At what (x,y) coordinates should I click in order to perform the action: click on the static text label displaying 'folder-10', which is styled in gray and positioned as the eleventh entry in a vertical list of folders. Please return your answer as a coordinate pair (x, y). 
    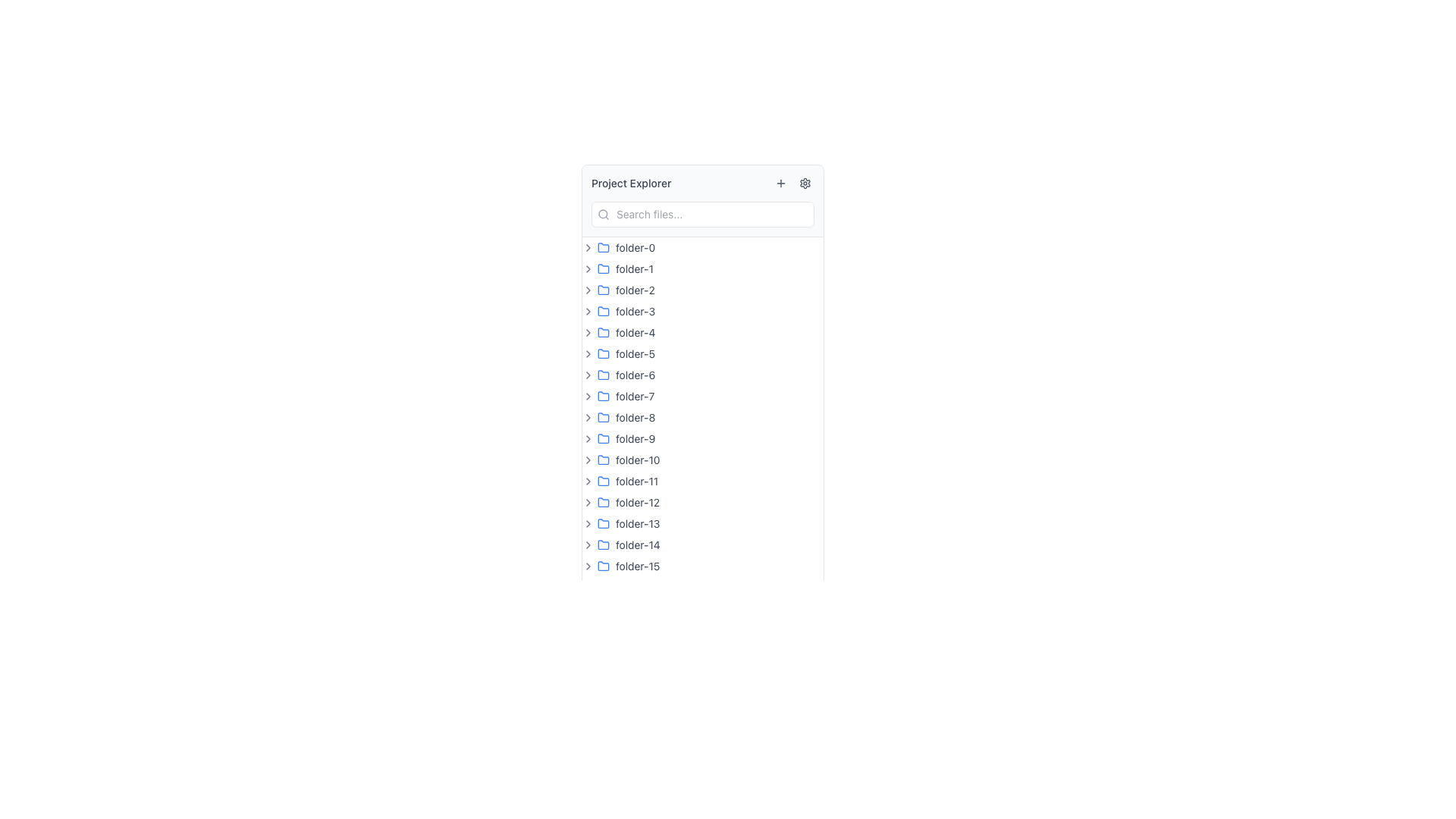
    Looking at the image, I should click on (638, 459).